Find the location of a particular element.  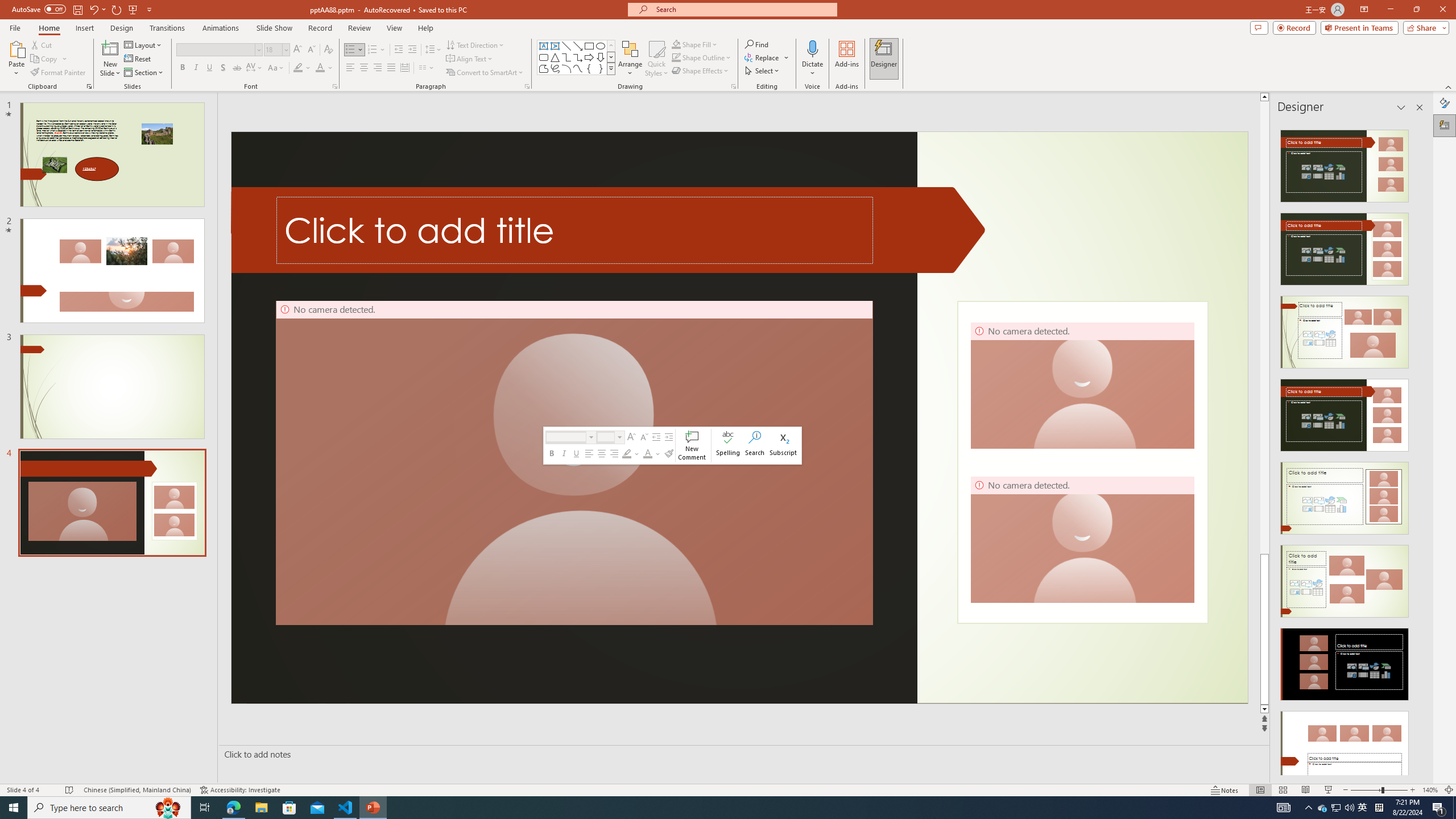

'Zoom to Fit ' is located at coordinates (1449, 790).